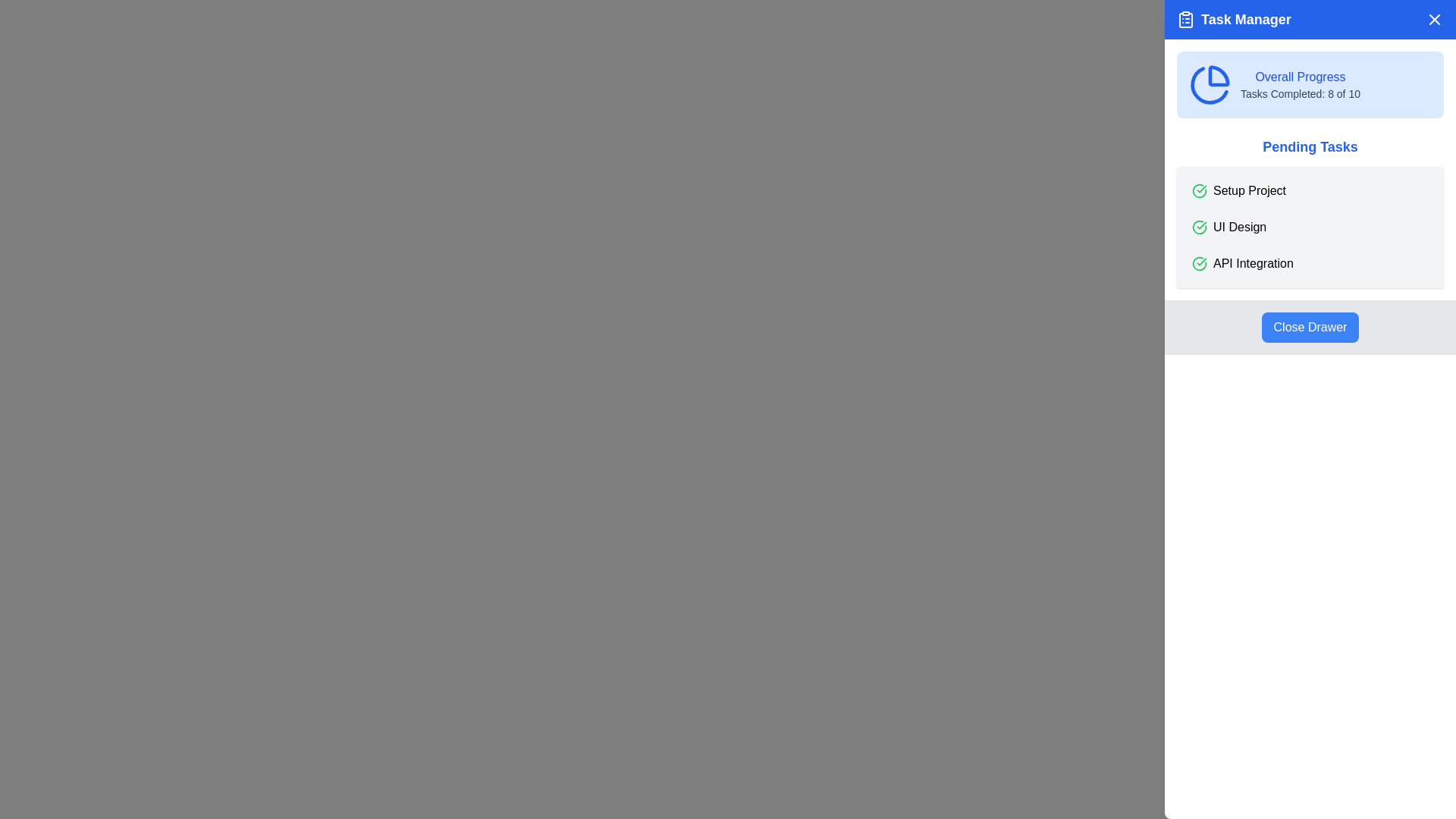 The image size is (1456, 819). I want to click on the text block with accompanying icon located in the top-left corner of the header bar within the sidebar, so click(1234, 20).